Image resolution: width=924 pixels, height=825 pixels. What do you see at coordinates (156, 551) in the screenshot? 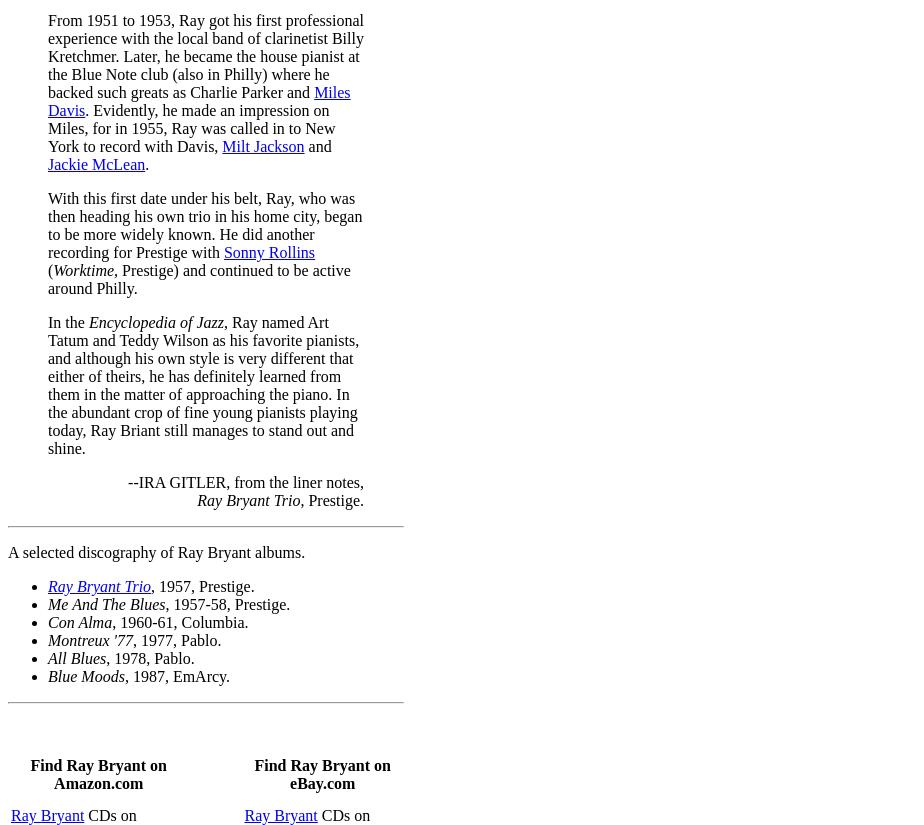
I see `'A selected discography of Ray Bryant albums.'` at bounding box center [156, 551].